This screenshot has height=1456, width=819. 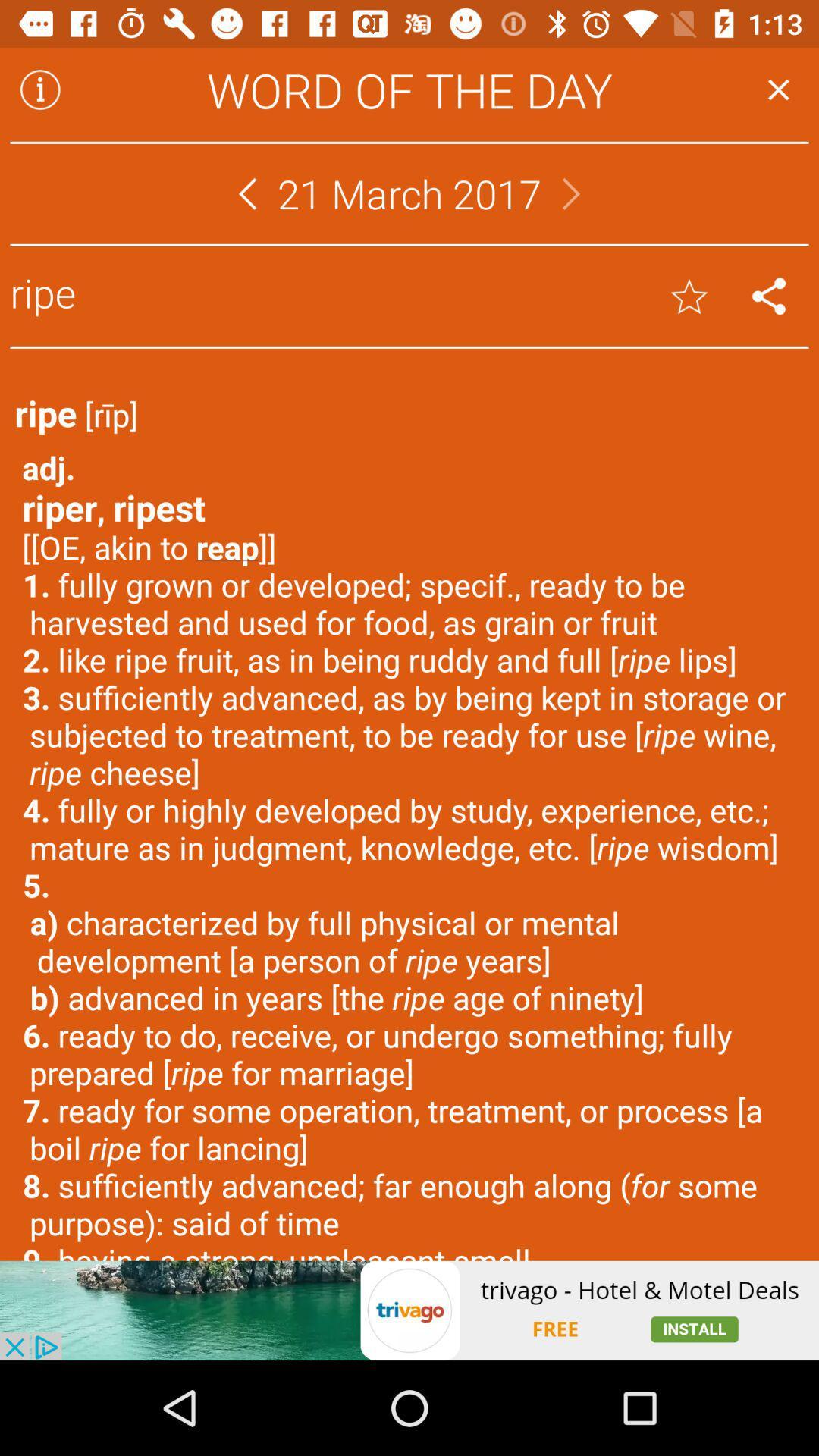 I want to click on go back, so click(x=246, y=193).